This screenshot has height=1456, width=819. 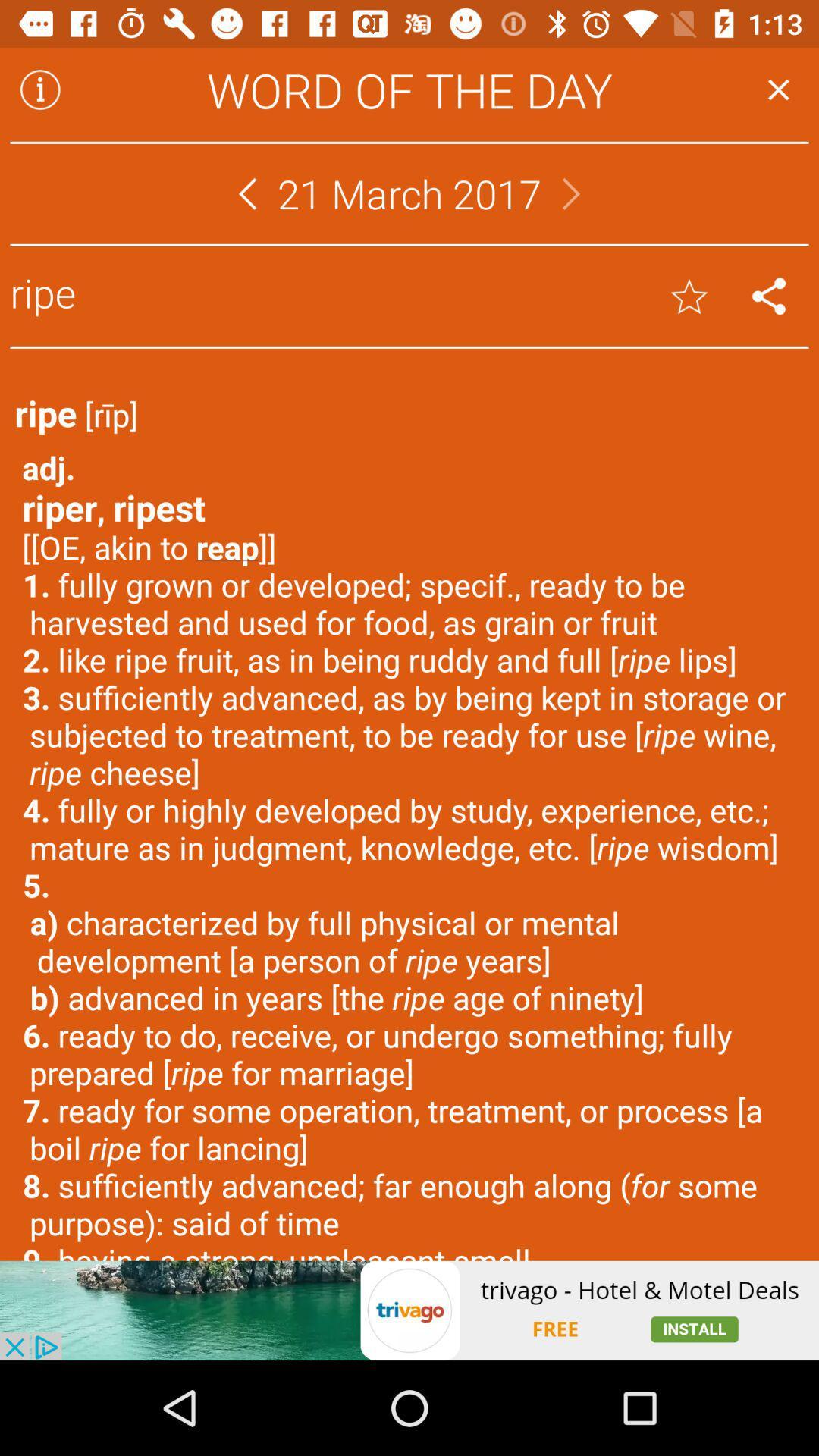 I want to click on go back, so click(x=246, y=193).